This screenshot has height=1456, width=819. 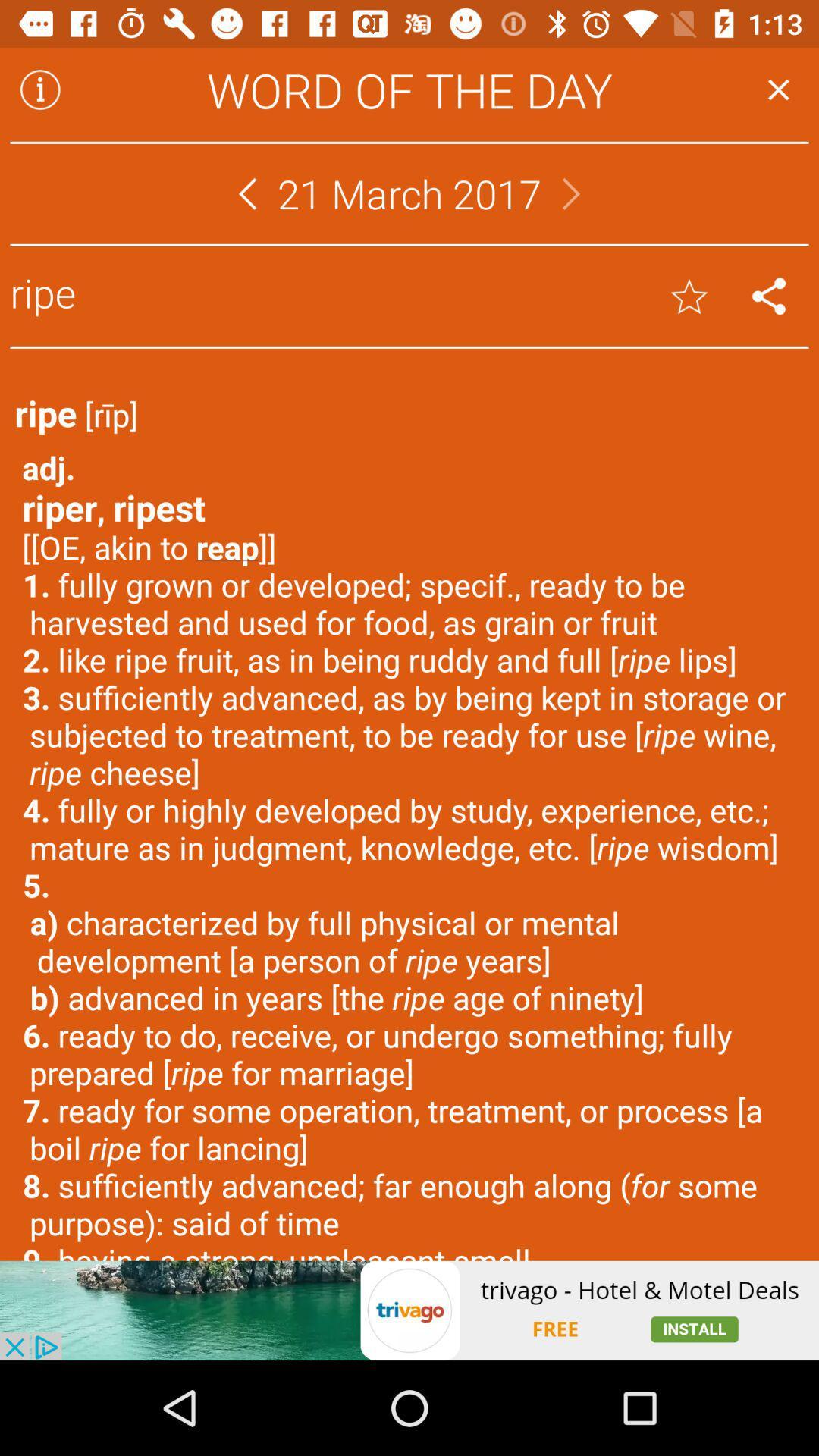 I want to click on go back, so click(x=246, y=193).